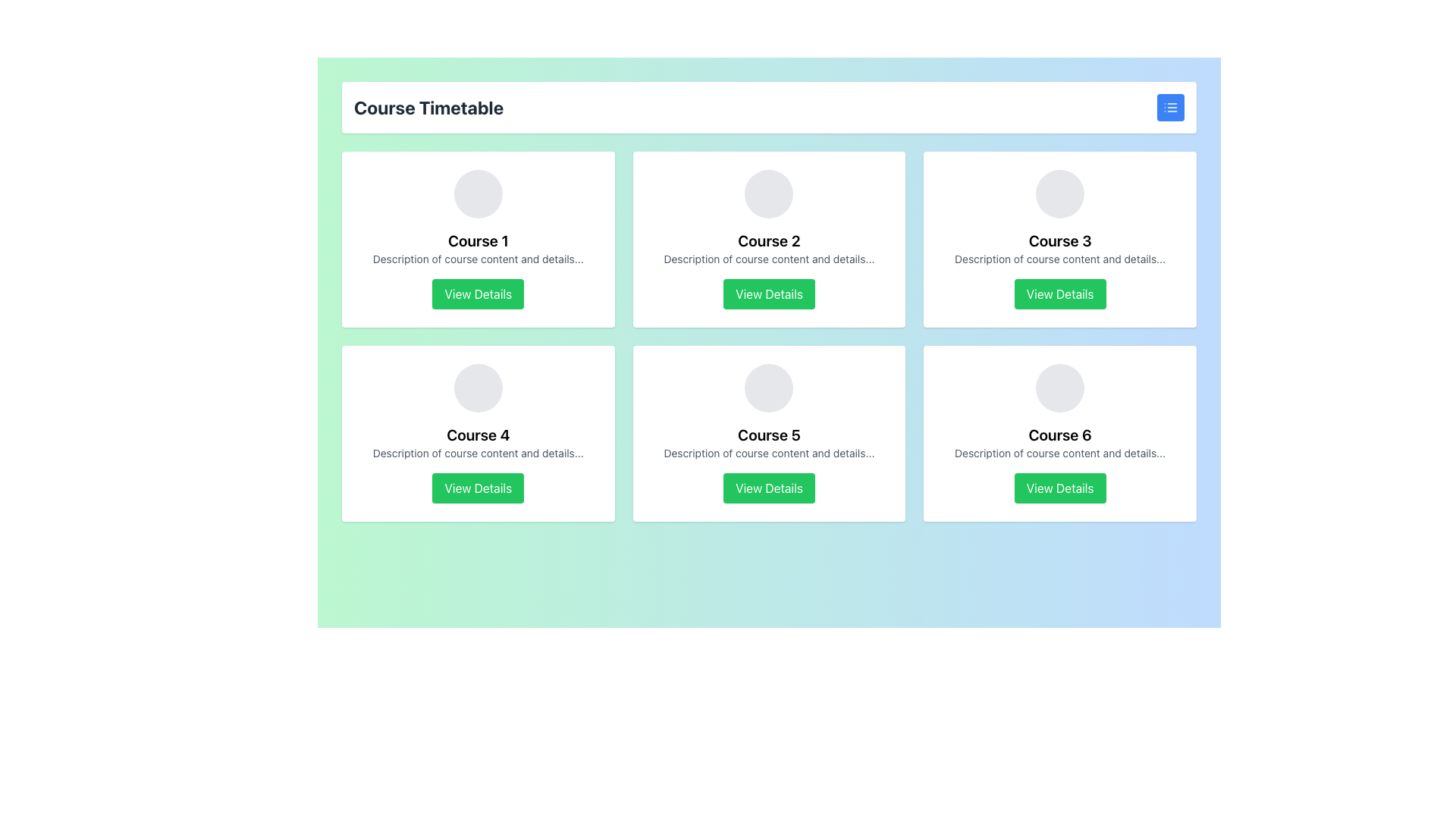 This screenshot has width=1456, height=819. Describe the element at coordinates (477, 240) in the screenshot. I see `the 'Course 1' text label, which is a bold text element displayed in large font, located in the top-left card of a grid layout, positioned below an icon and above descriptive text and a button` at that location.